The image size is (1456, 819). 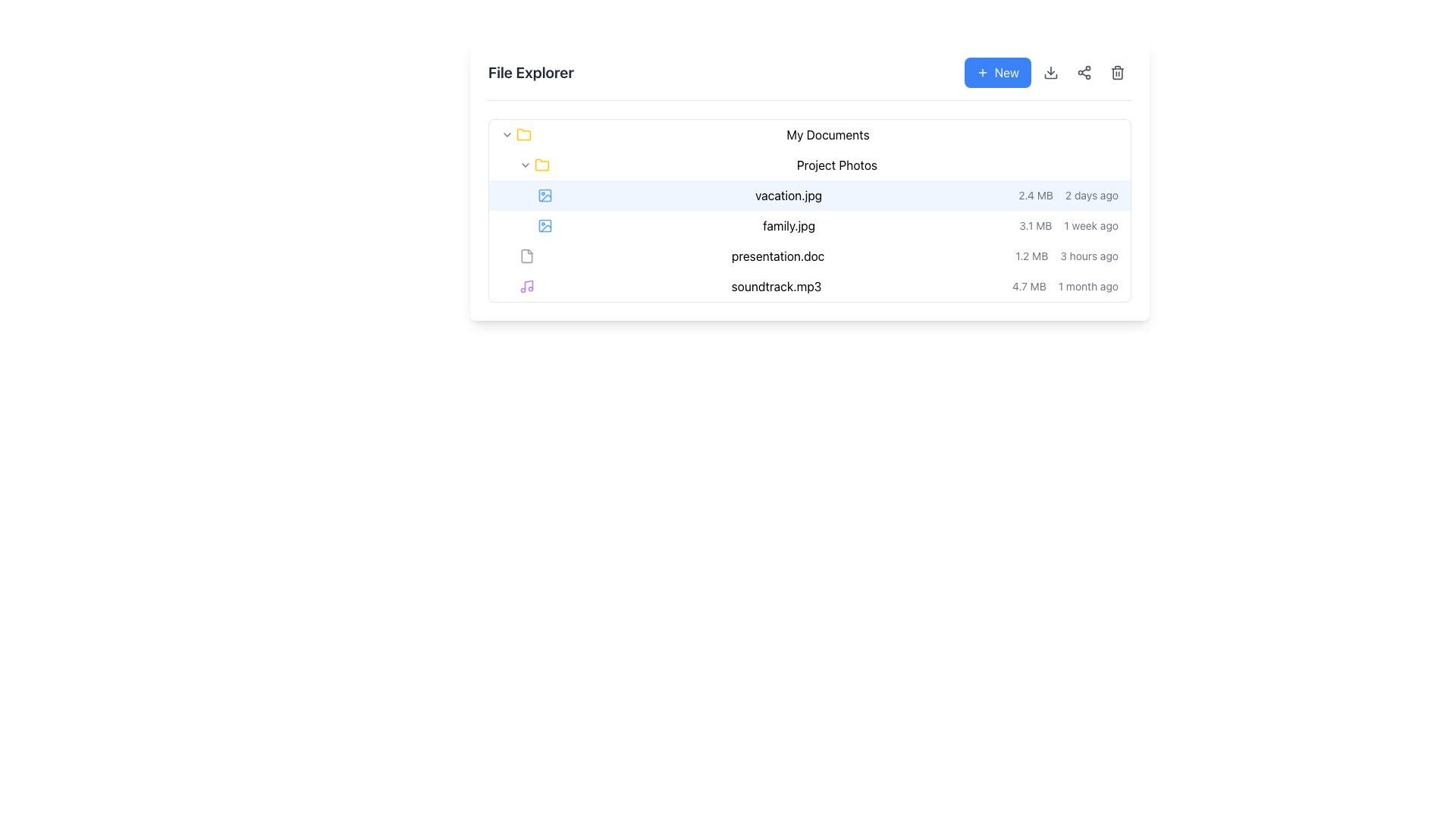 I want to click on the compact blue bordered square icon with a diagonal line, located to the left of the 'family.jpg' file entry in the row, so click(x=545, y=225).